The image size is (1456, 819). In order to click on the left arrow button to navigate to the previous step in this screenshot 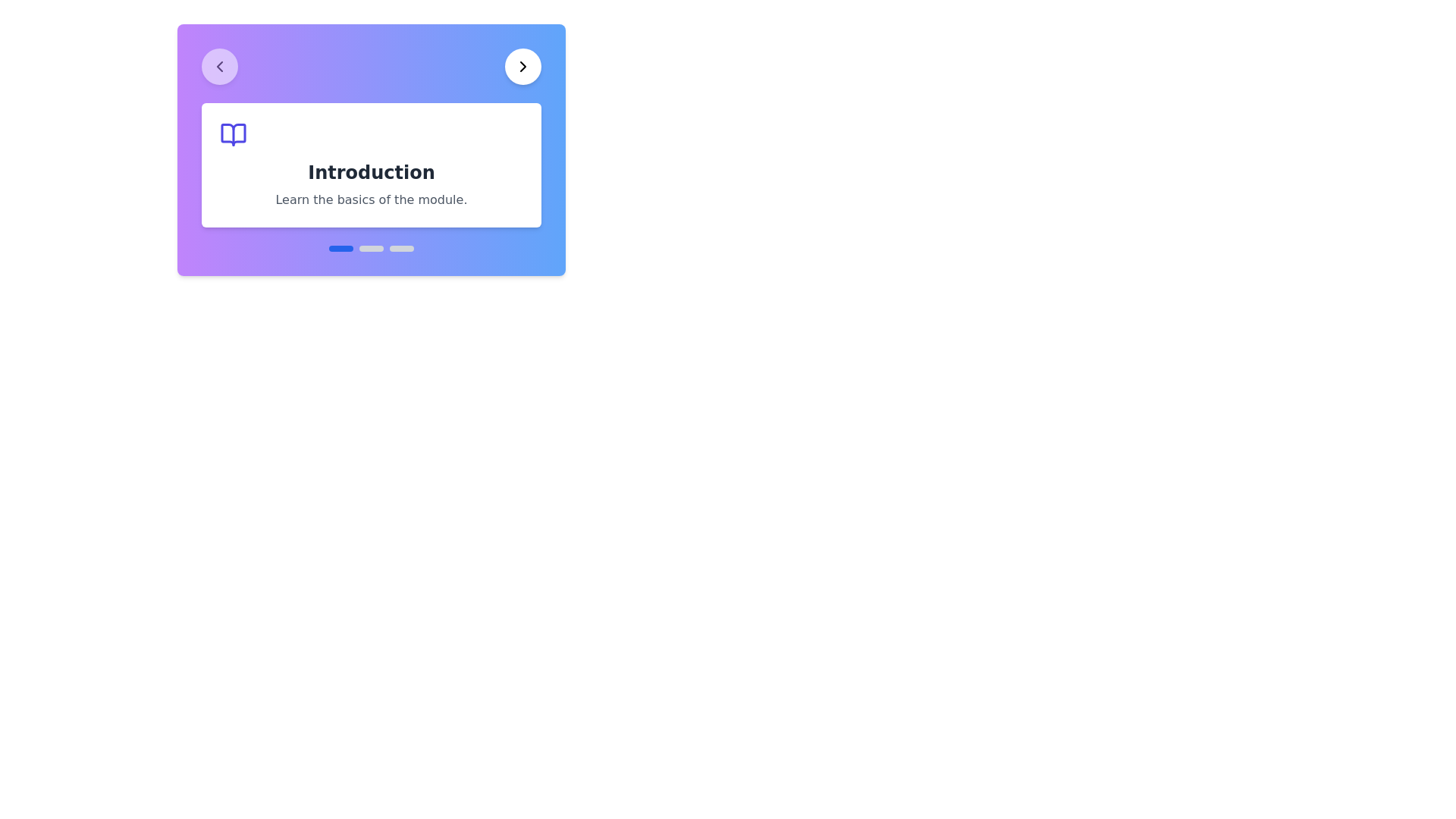, I will do `click(218, 66)`.